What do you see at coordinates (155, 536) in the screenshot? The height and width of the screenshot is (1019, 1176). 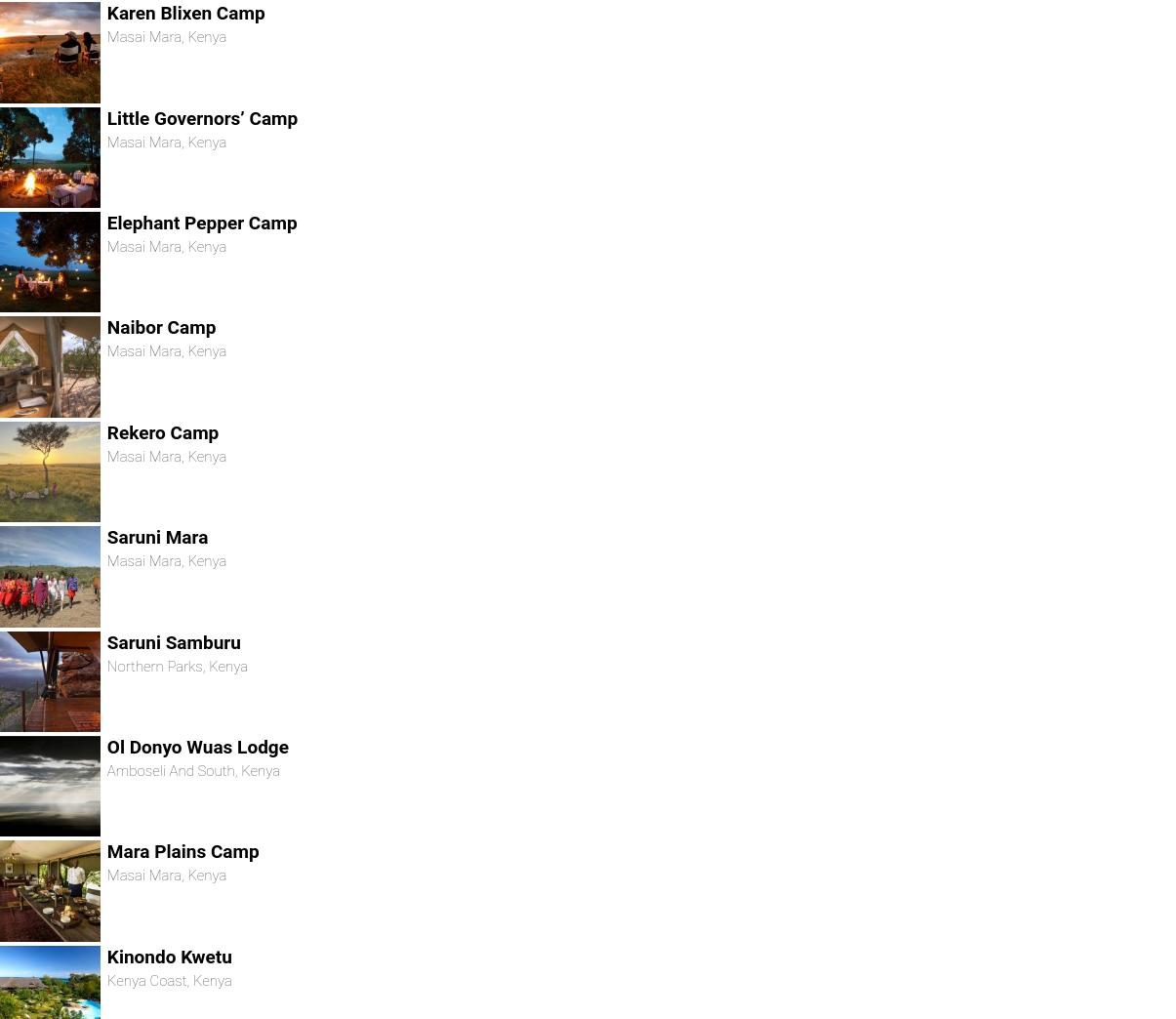 I see `'Saruni Mara'` at bounding box center [155, 536].